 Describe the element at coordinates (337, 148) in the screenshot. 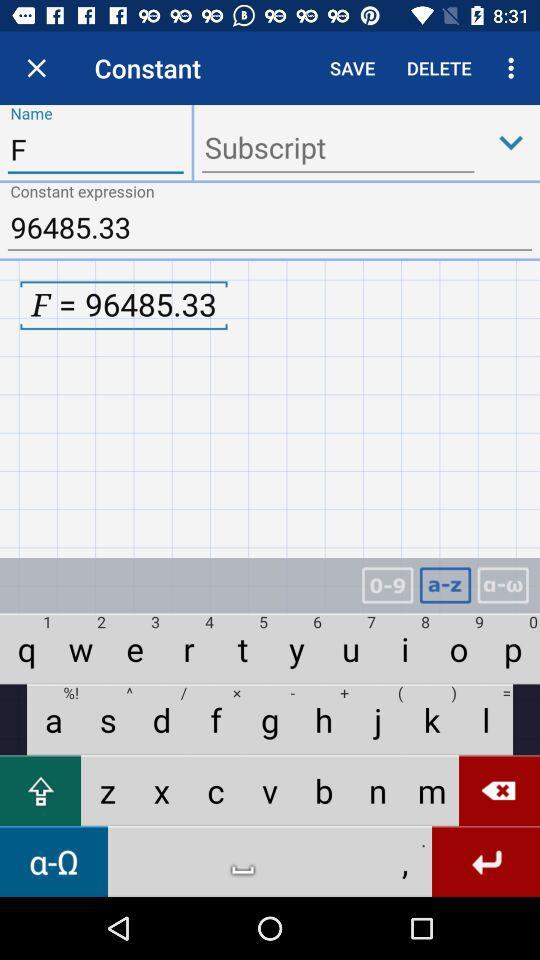

I see `ender the subscript box` at that location.